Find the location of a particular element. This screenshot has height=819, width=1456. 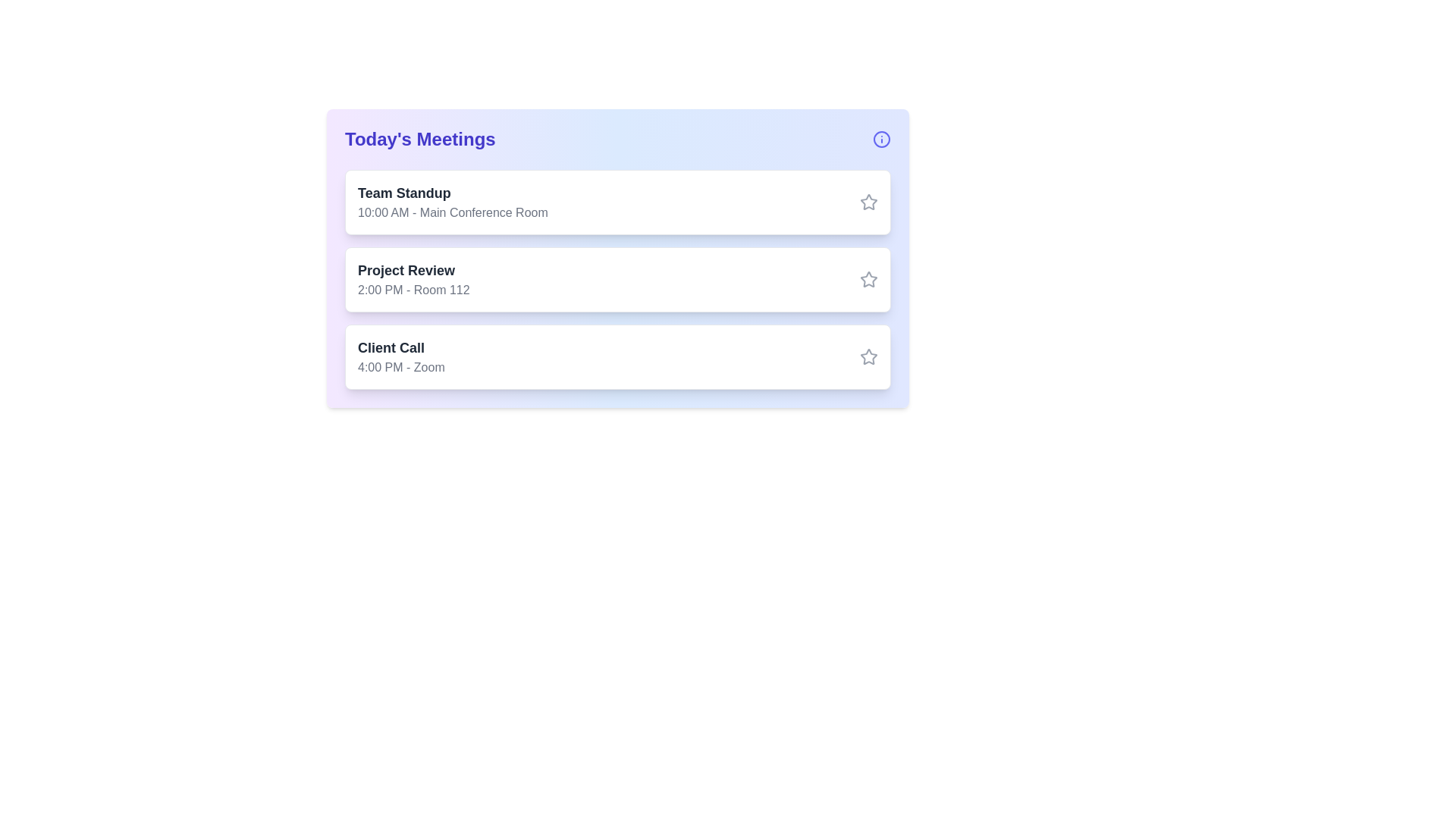

the header text element that serves as the title for the section indicating the purpose or content of the meeting details below is located at coordinates (420, 140).